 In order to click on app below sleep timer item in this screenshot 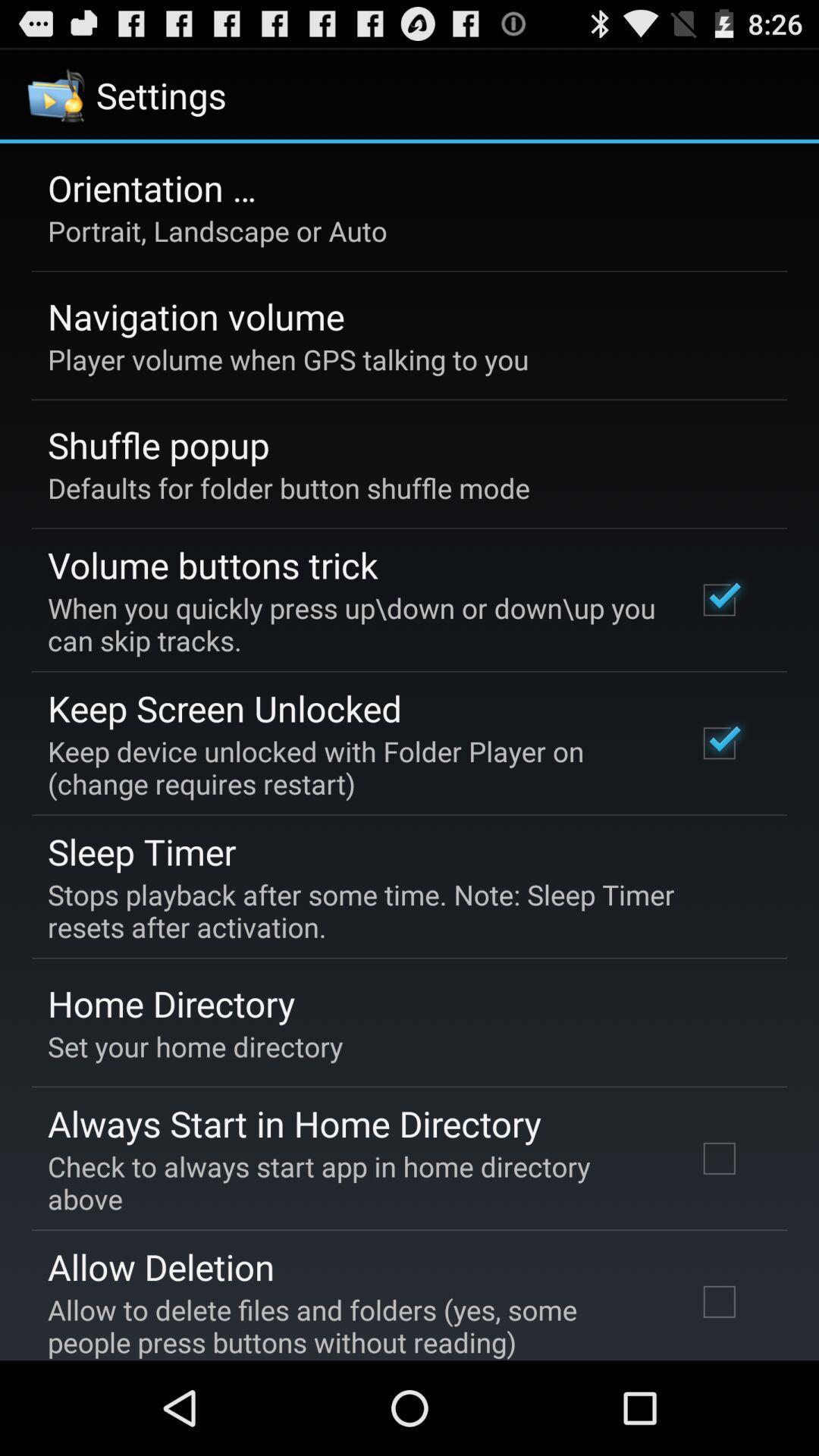, I will do `click(398, 910)`.